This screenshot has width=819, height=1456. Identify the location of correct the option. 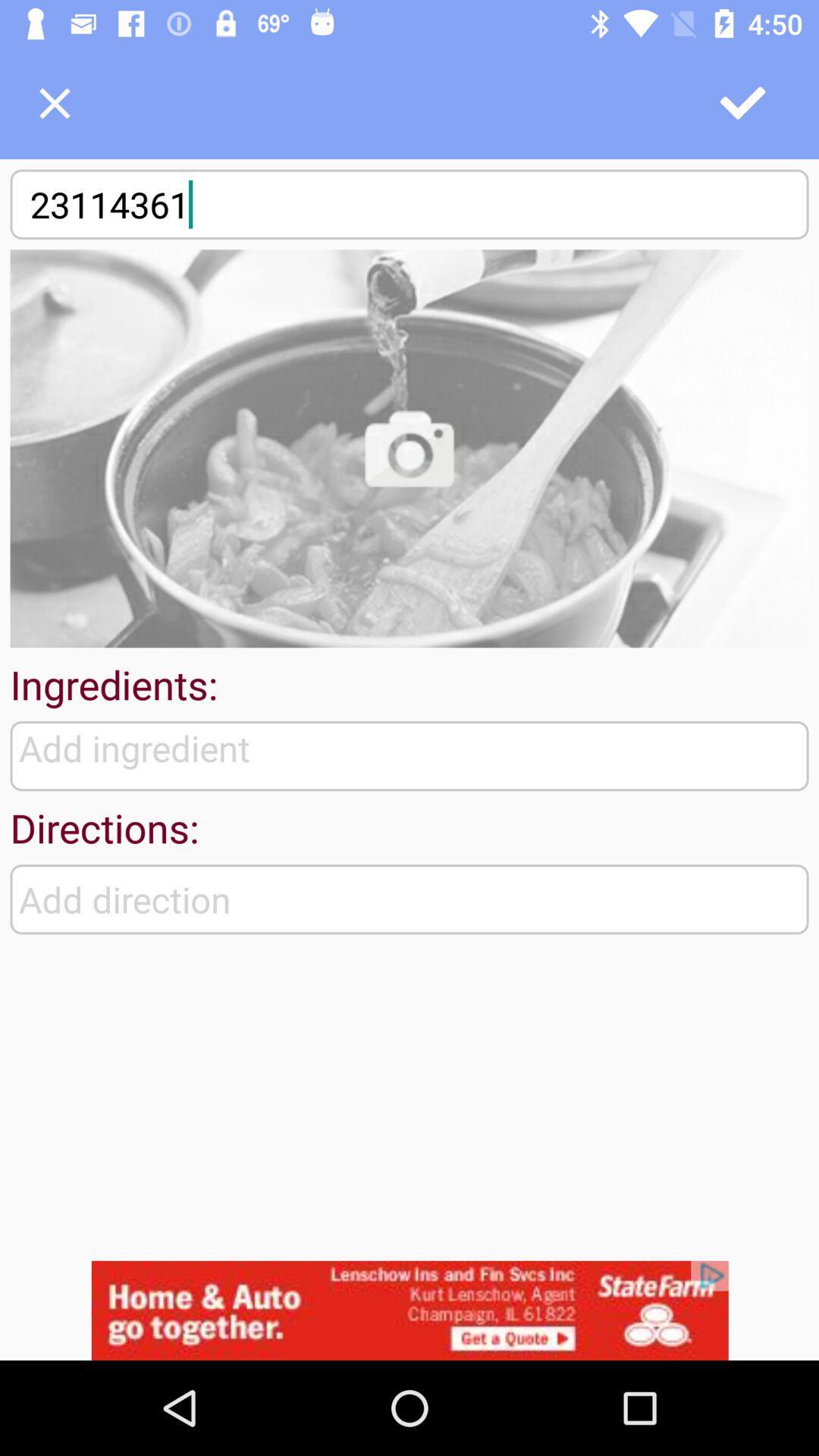
(743, 102).